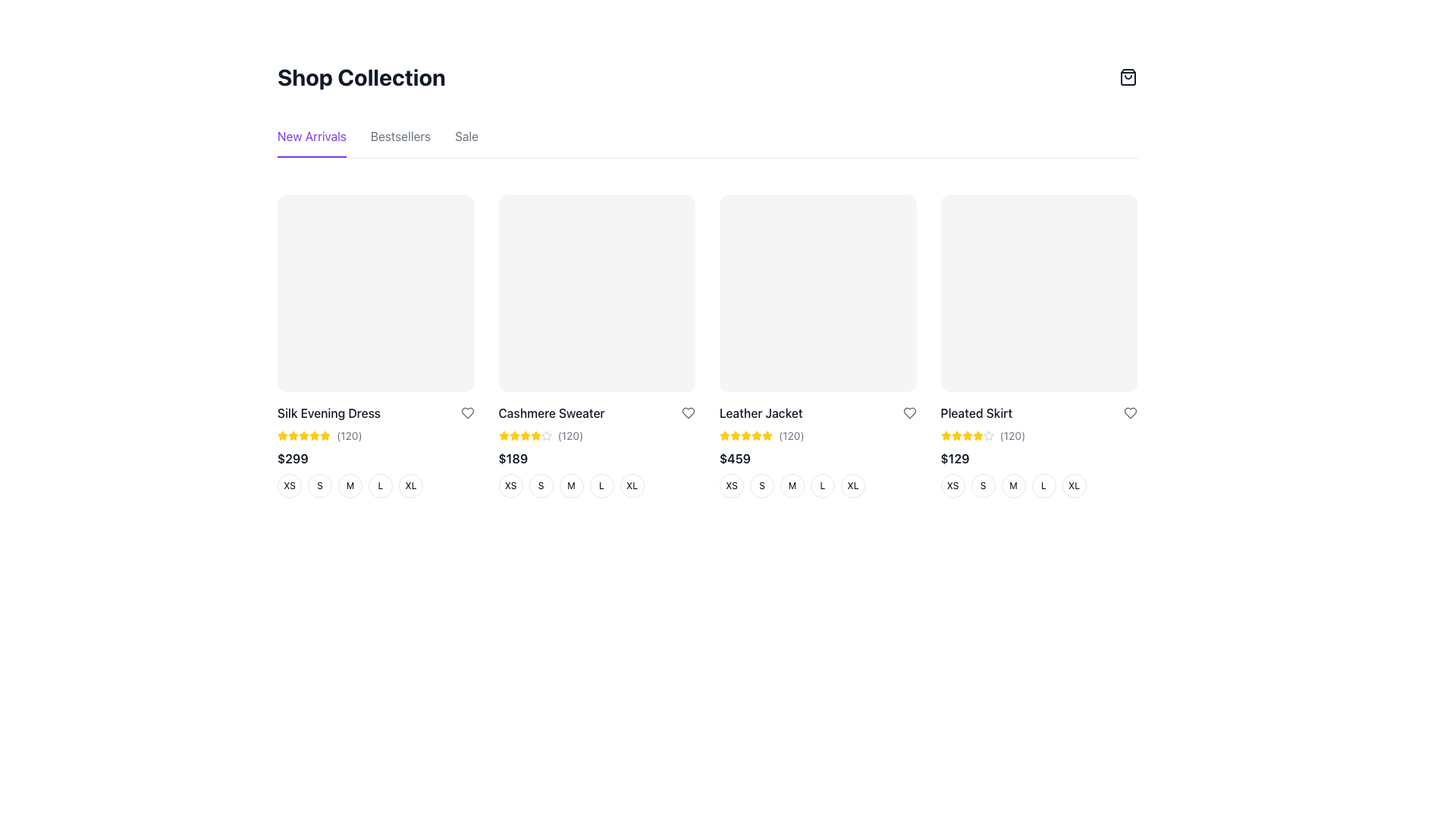 Image resolution: width=1456 pixels, height=819 pixels. What do you see at coordinates (525, 435) in the screenshot?
I see `the first SVG-based star icon in the rating system for the 'Cashmere Sweater' product card` at bounding box center [525, 435].